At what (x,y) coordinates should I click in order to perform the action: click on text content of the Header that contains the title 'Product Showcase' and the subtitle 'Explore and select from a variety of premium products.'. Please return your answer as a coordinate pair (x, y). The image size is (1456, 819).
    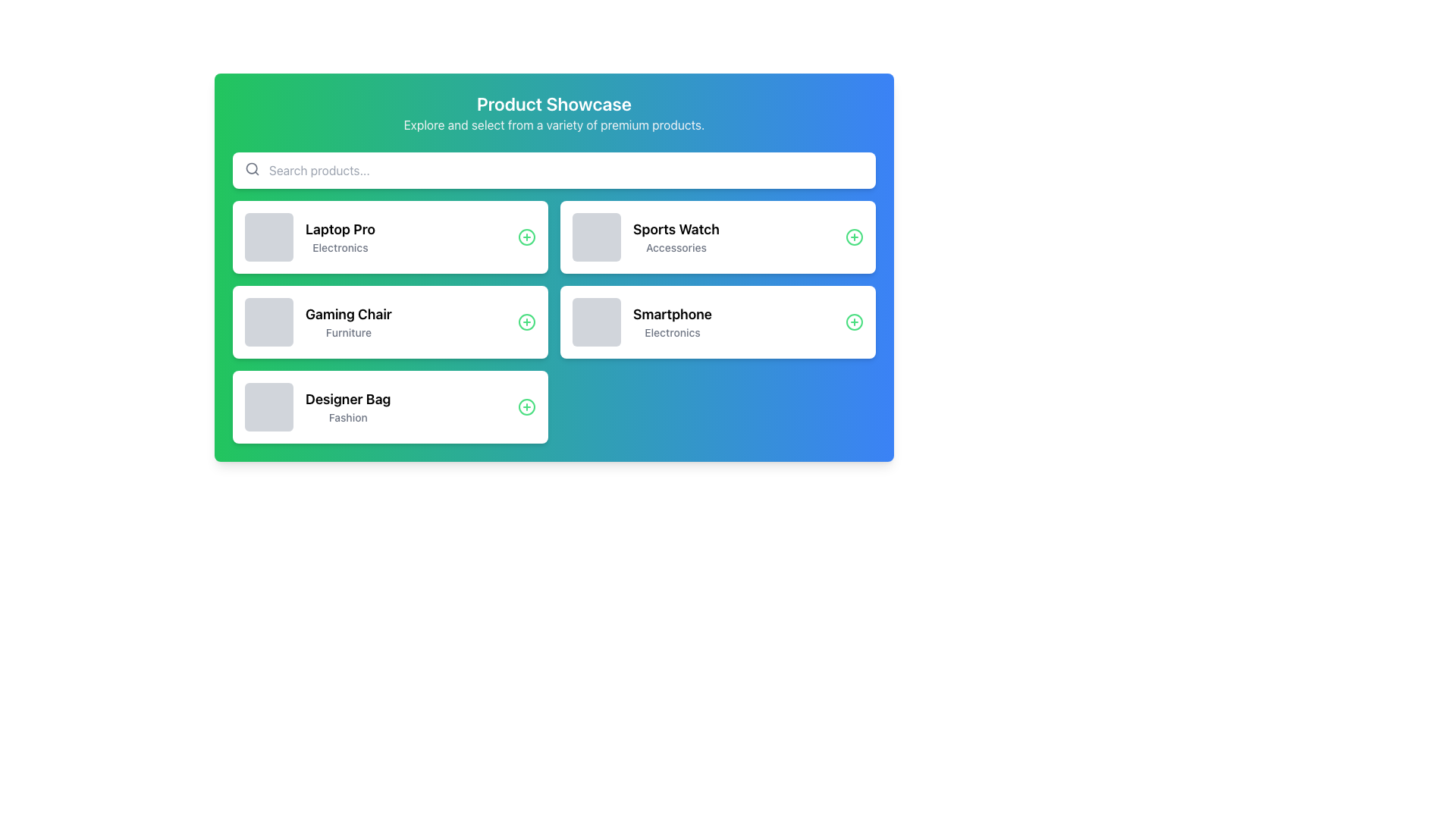
    Looking at the image, I should click on (553, 112).